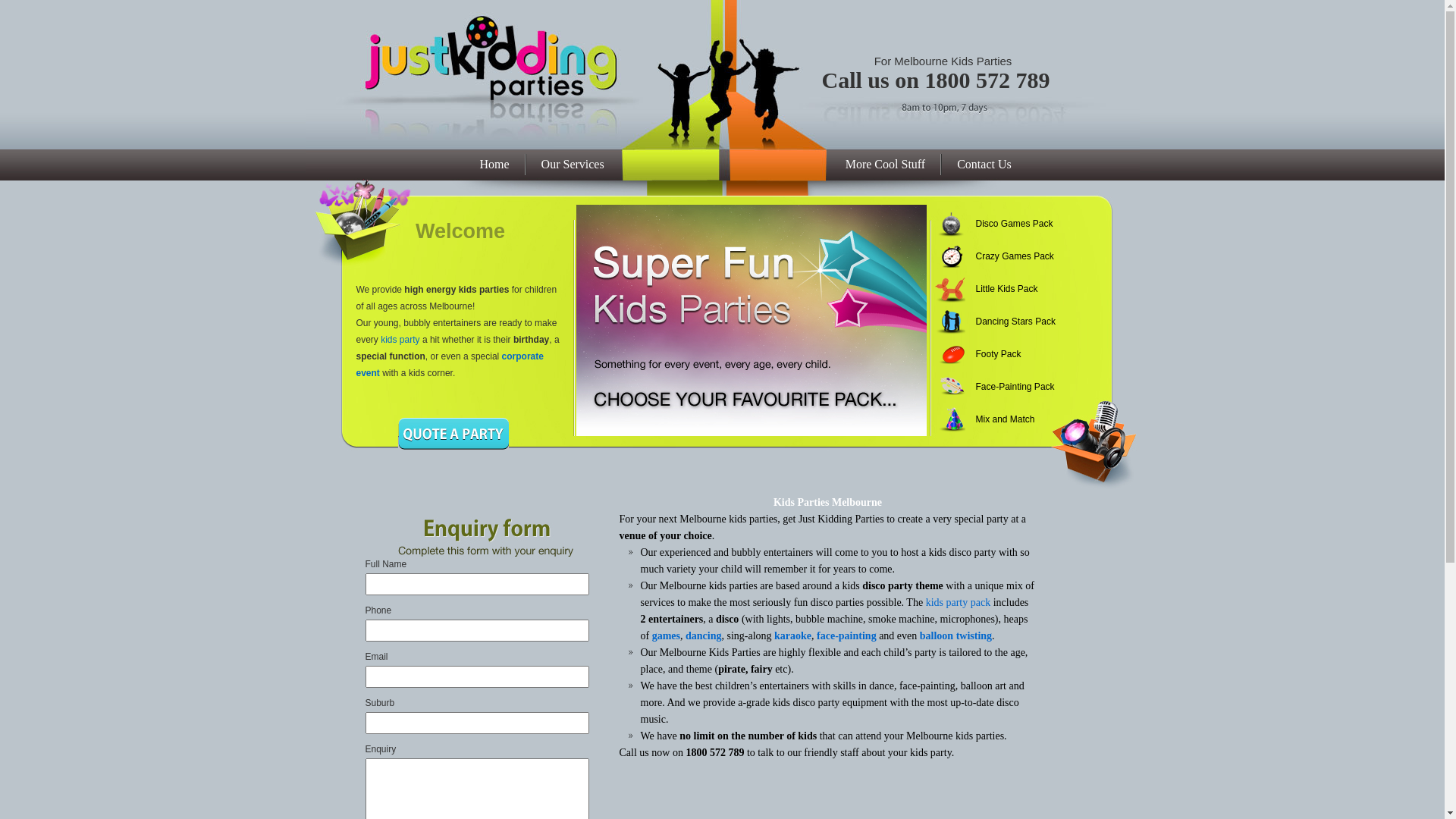 The height and width of the screenshot is (819, 1456). Describe the element at coordinates (572, 164) in the screenshot. I see `'Our Services'` at that location.